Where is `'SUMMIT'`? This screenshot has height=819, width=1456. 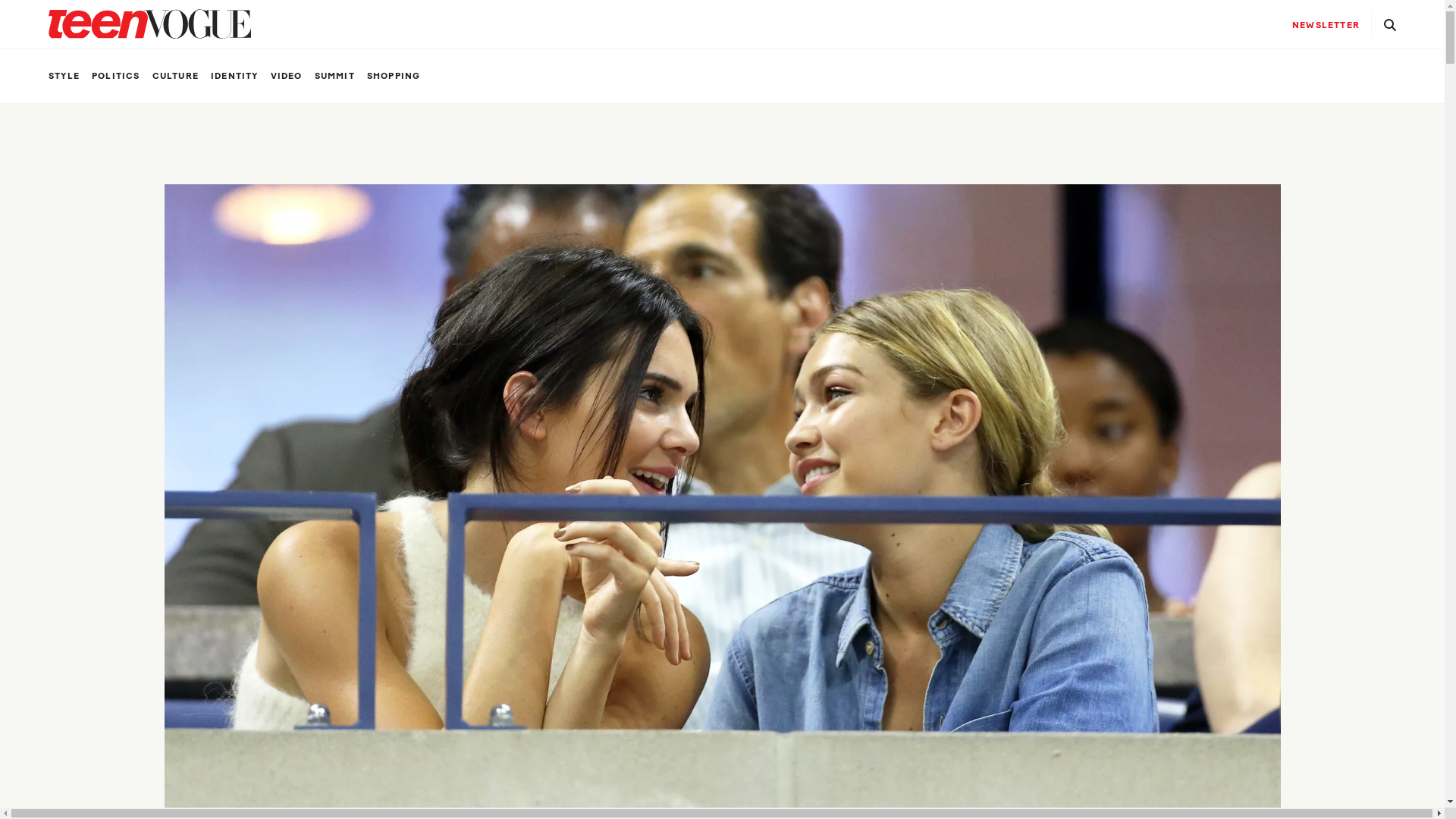
'SUMMIT' is located at coordinates (313, 76).